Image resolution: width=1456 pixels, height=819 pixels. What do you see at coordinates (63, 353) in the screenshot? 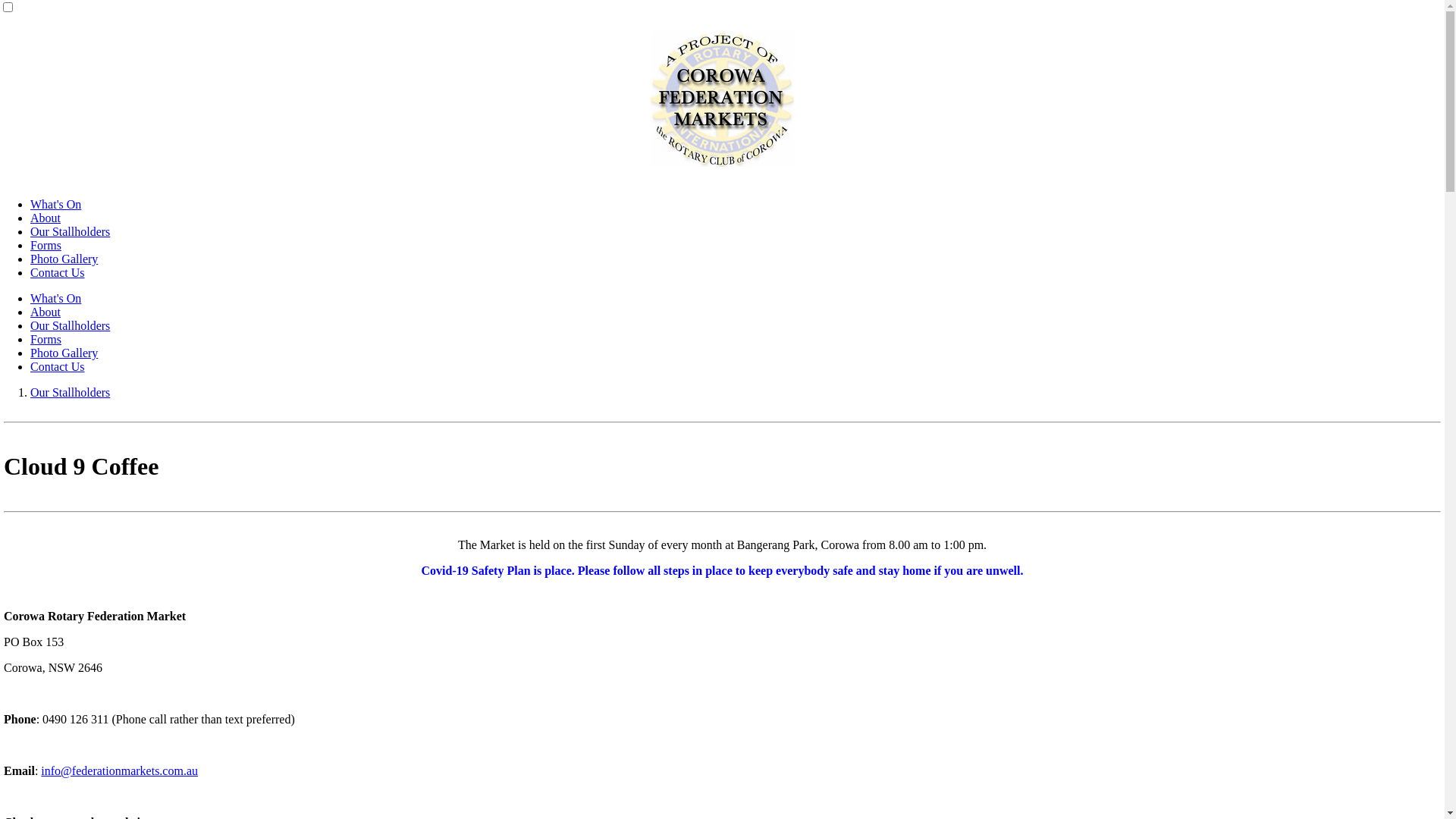
I see `'Photo Gallery'` at bounding box center [63, 353].